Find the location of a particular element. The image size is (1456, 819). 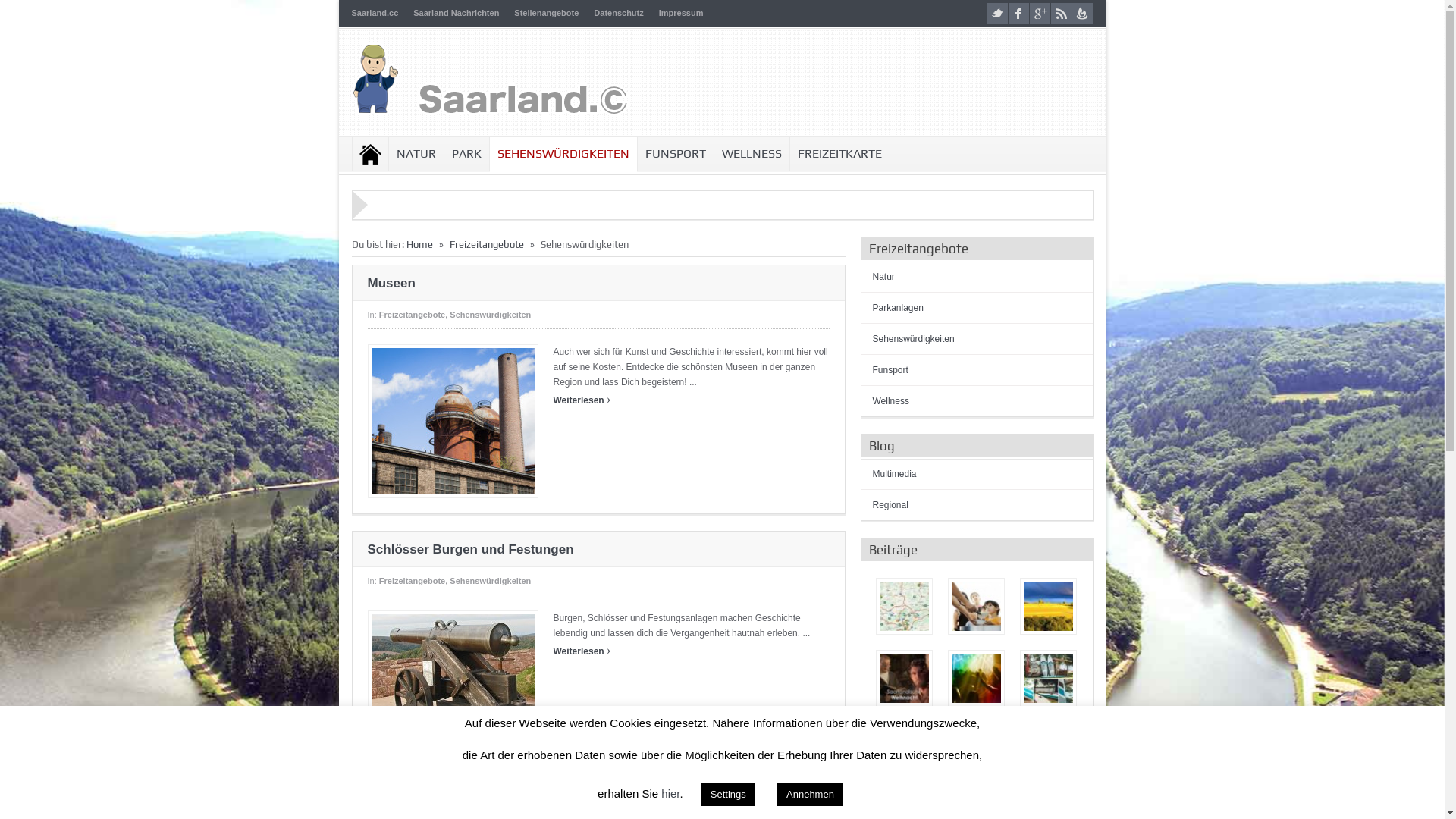

'Annehmen' is located at coordinates (777, 793).